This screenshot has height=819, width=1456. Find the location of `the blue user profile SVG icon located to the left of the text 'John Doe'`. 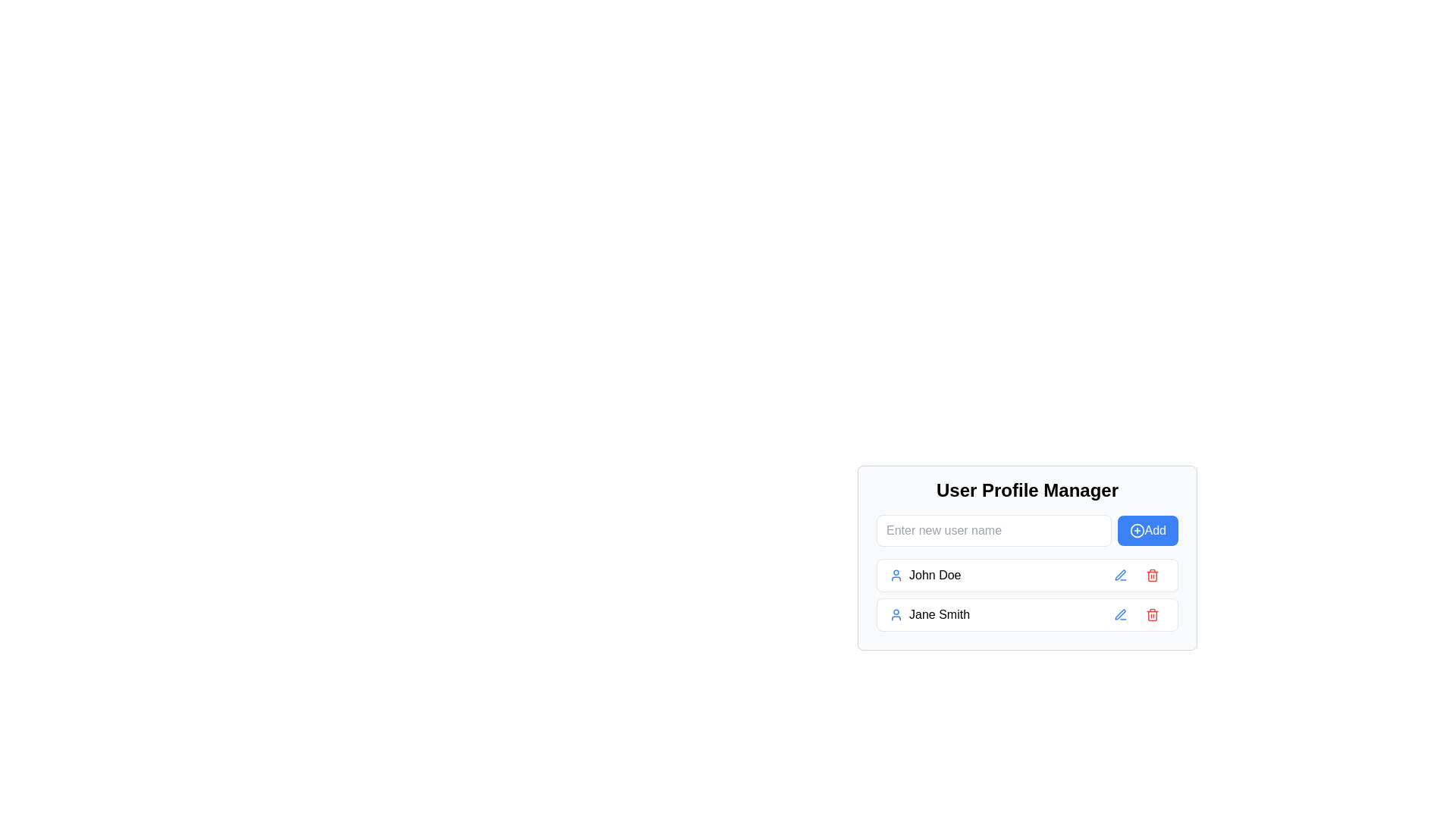

the blue user profile SVG icon located to the left of the text 'John Doe' is located at coordinates (896, 576).